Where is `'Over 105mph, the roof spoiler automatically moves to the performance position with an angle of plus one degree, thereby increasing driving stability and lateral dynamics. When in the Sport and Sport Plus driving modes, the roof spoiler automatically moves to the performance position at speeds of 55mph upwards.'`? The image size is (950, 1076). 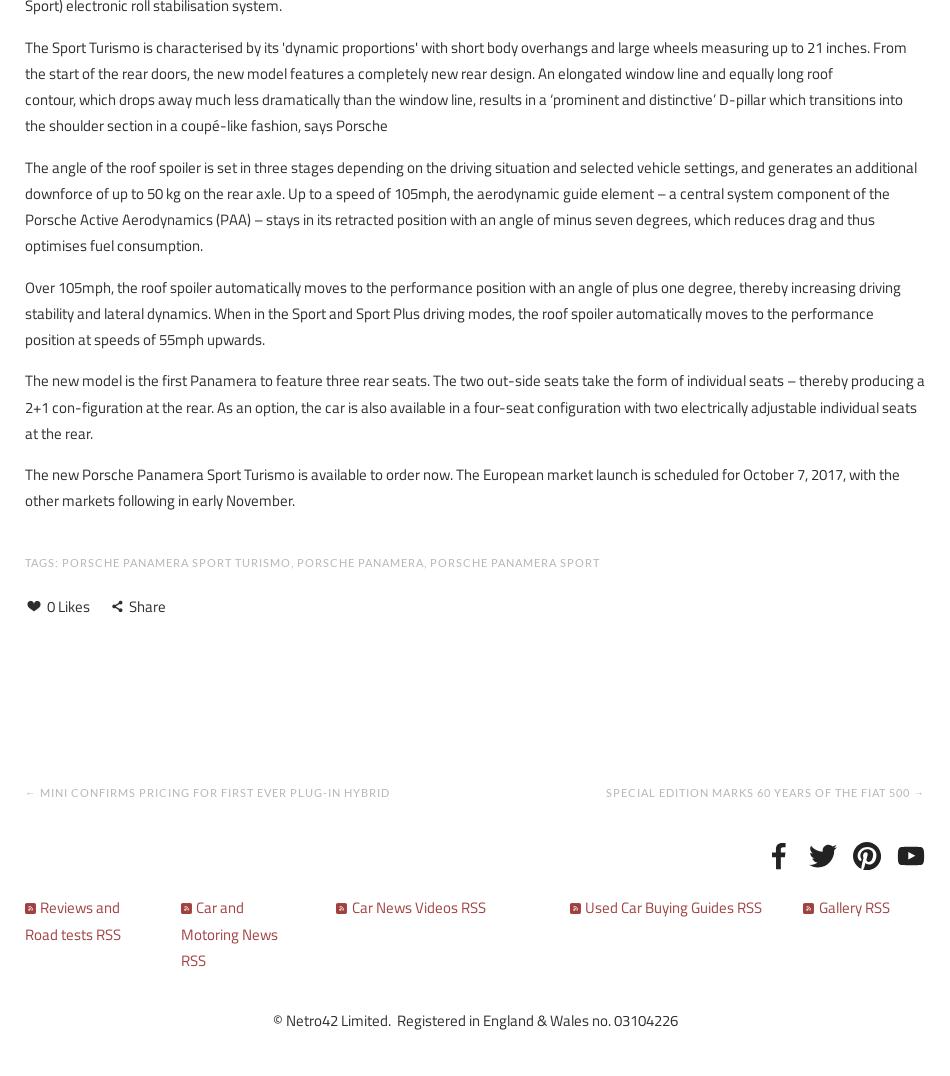 'Over 105mph, the roof spoiler automatically moves to the performance position with an angle of plus one degree, thereby increasing driving stability and lateral dynamics. When in the Sport and Sport Plus driving modes, the roof spoiler automatically moves to the performance position at speeds of 55mph upwards.' is located at coordinates (462, 312).